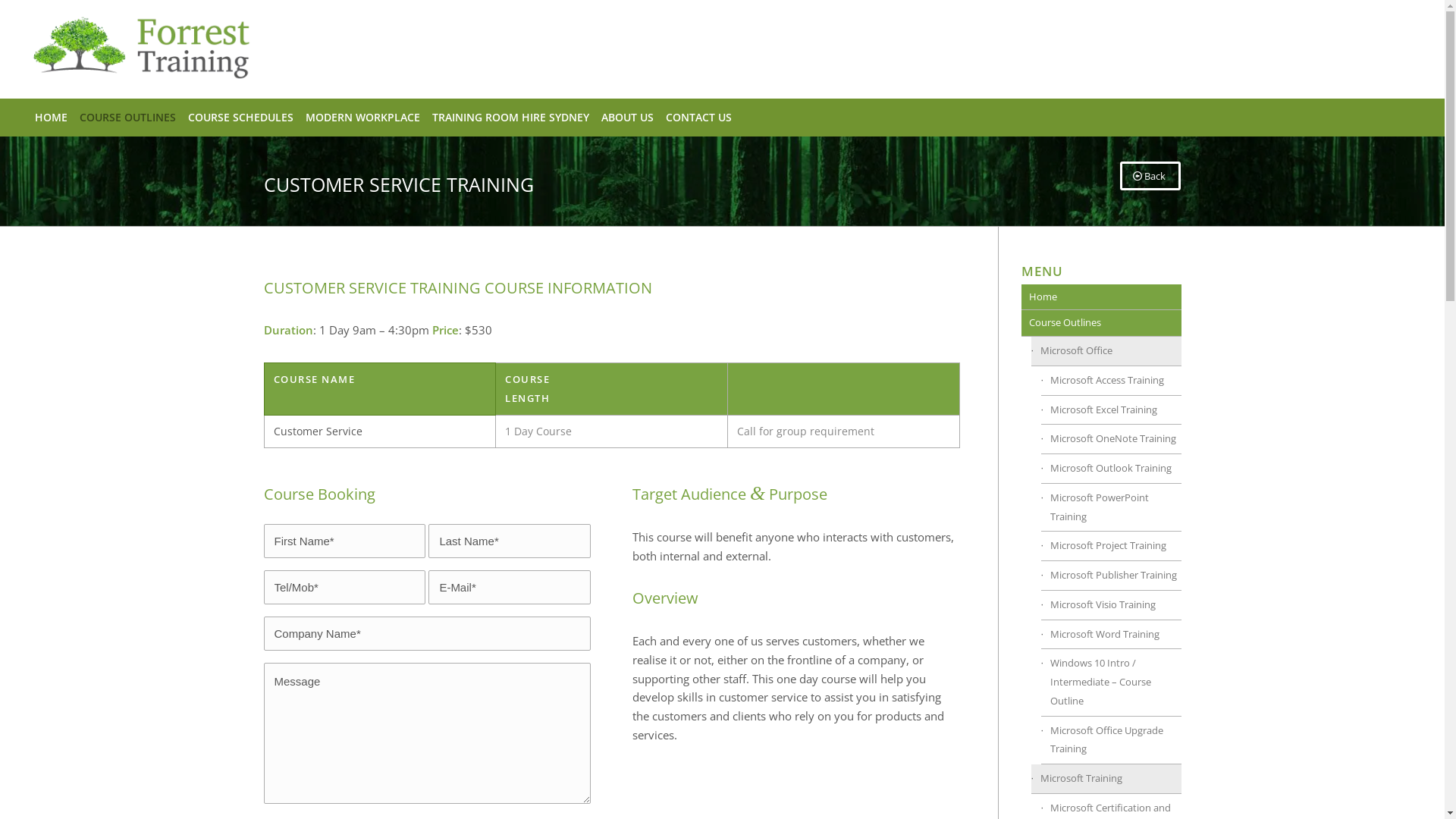 The image size is (1456, 819). I want to click on 'Microsoft Access Training', so click(1110, 380).